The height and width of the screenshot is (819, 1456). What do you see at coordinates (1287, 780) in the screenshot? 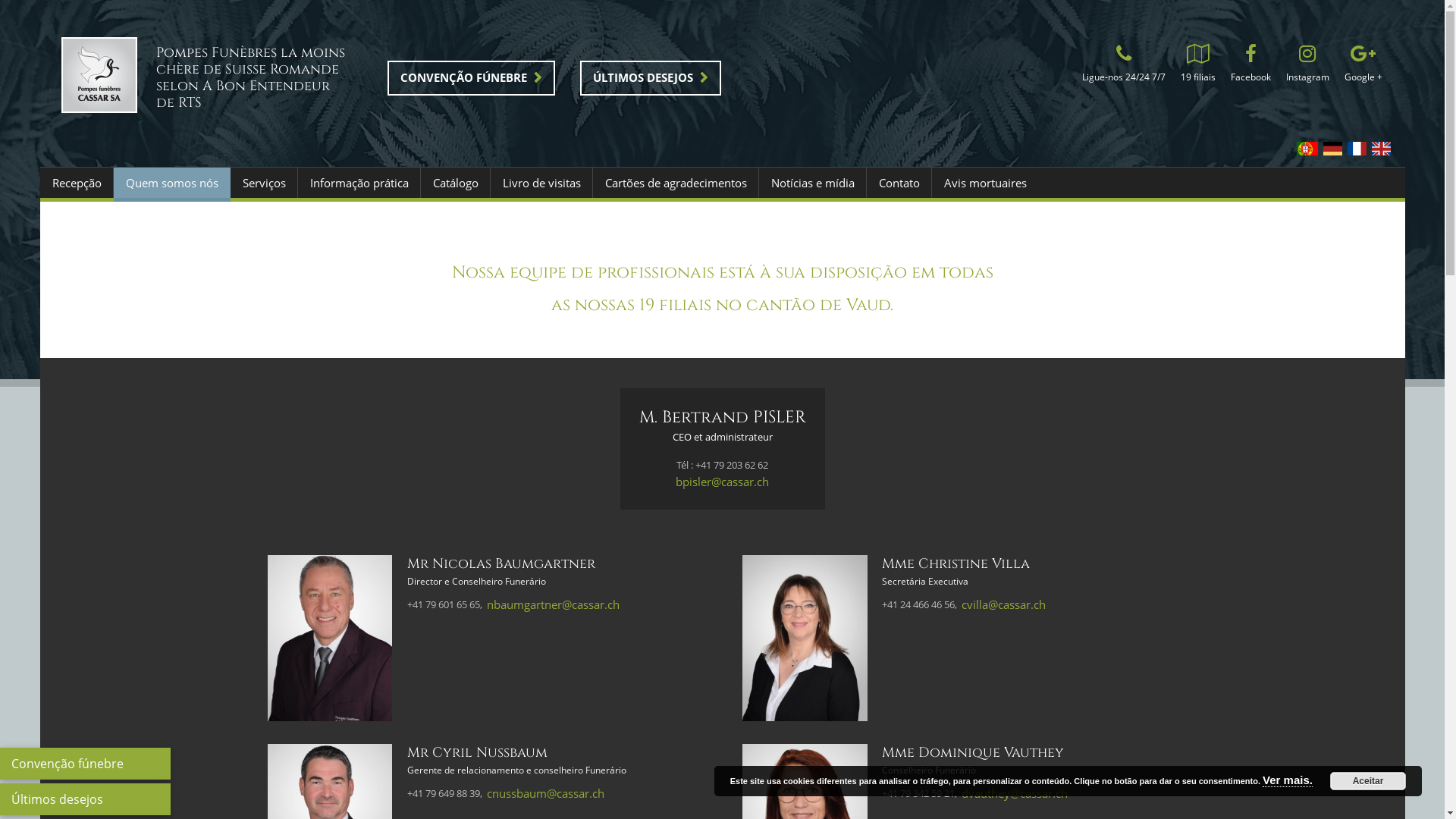
I see `'Ver mais.'` at bounding box center [1287, 780].